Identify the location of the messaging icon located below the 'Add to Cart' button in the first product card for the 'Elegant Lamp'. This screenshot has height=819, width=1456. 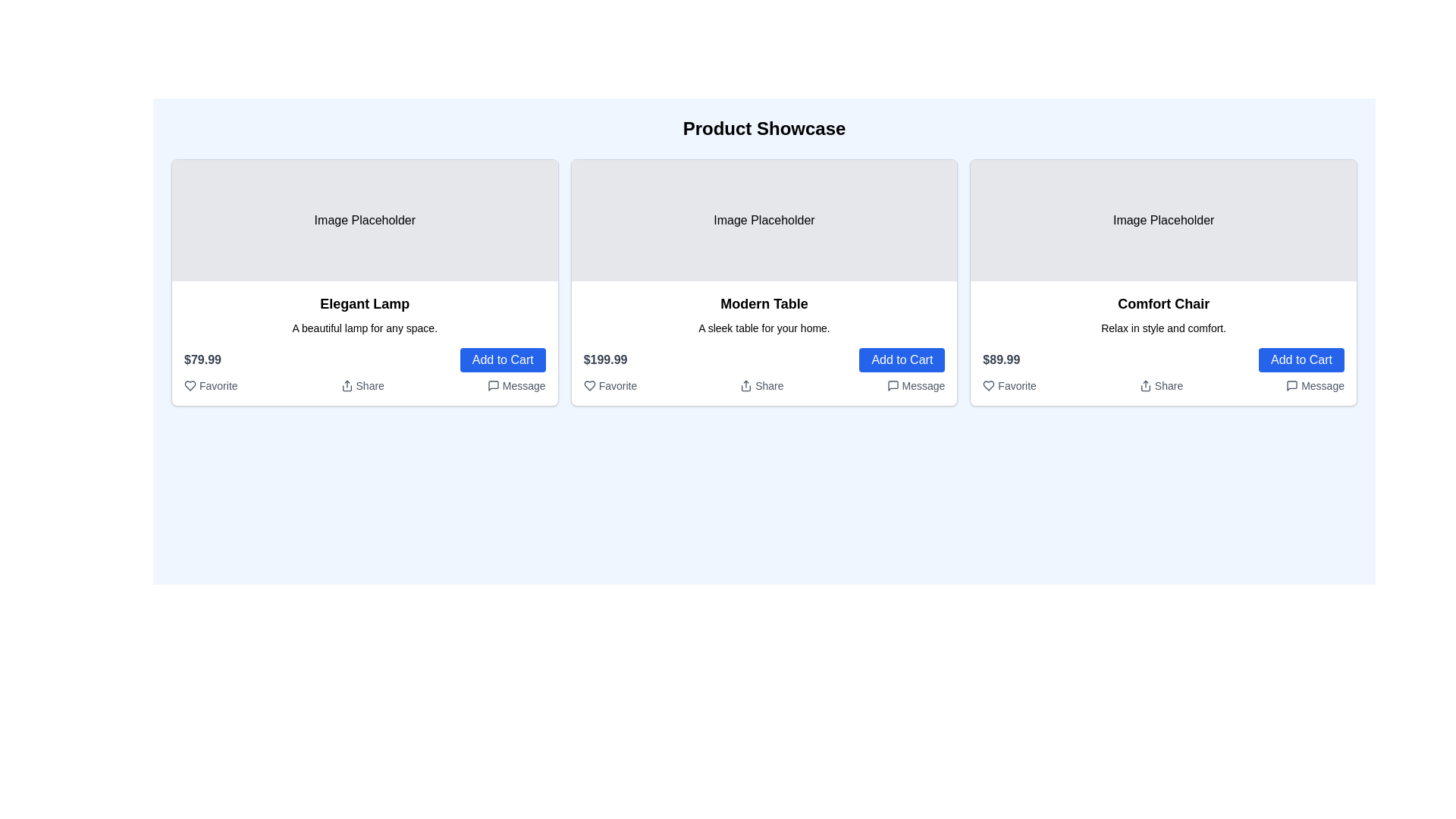
(493, 385).